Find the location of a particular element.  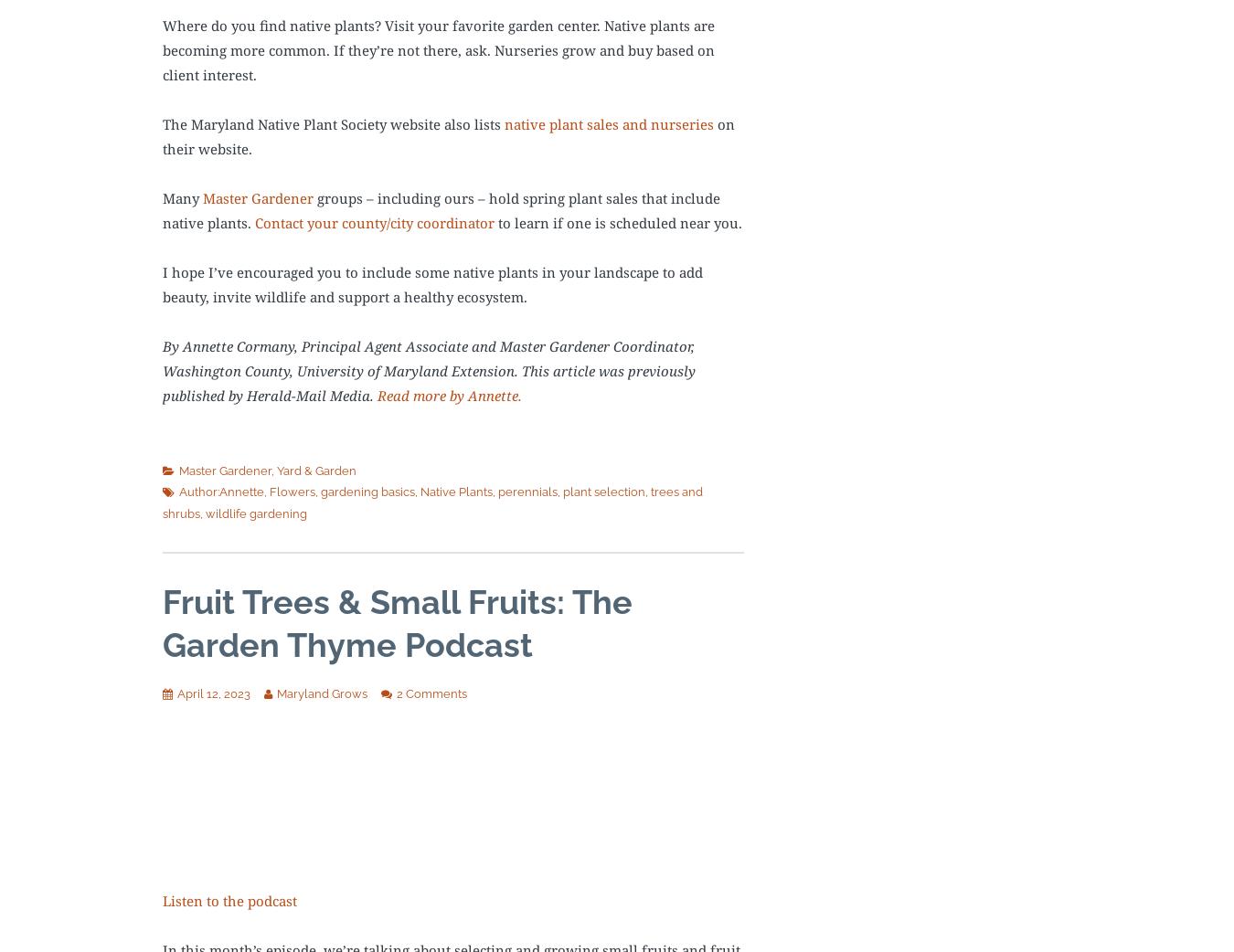

'Where do you find native plants? Visit your favorite garden center. Native plants are becoming more common. If they’re not there, ask. Nurseries grow and buy based on client interest.' is located at coordinates (438, 48).